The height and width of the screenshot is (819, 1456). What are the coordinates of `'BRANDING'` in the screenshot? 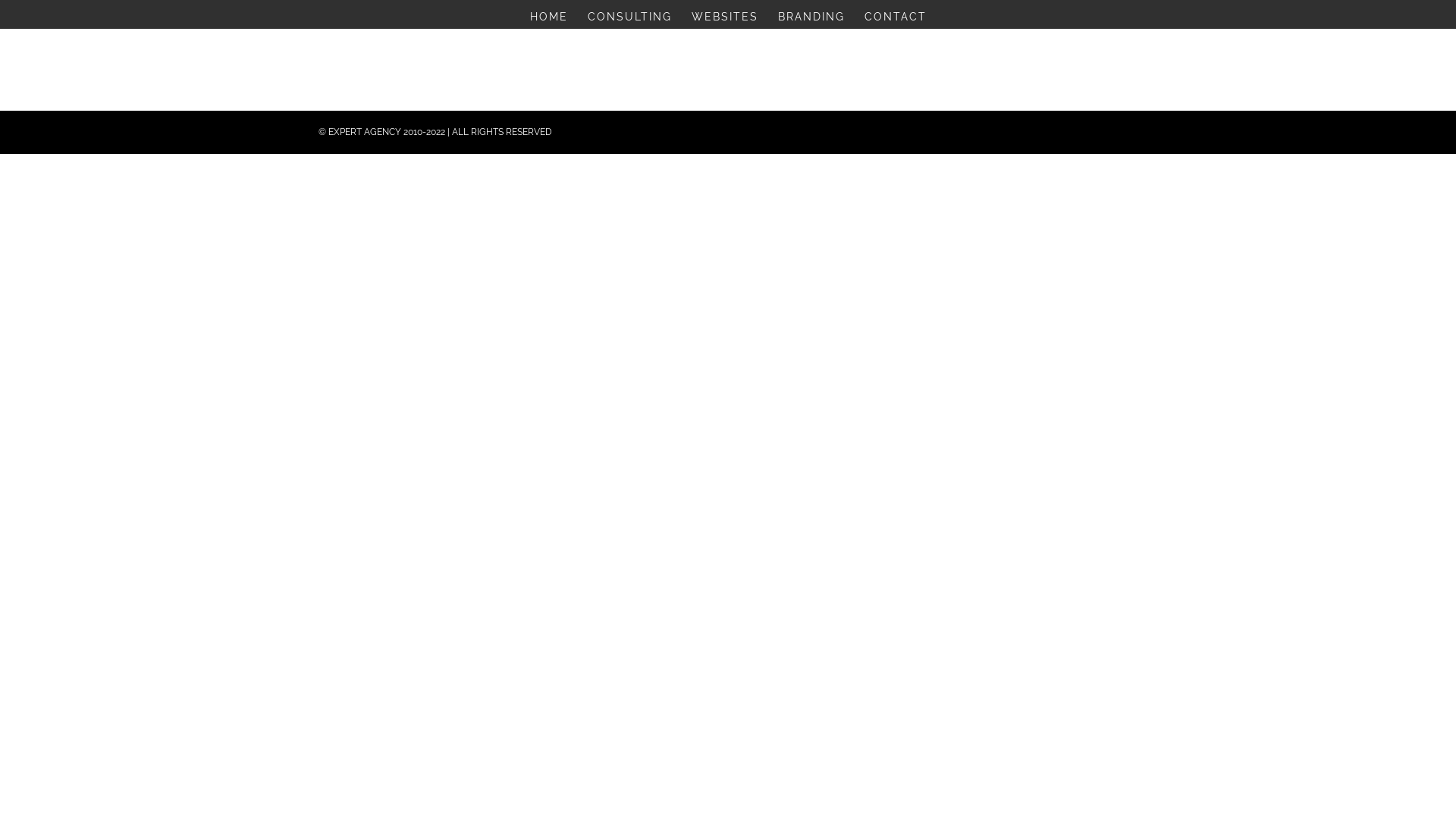 It's located at (811, 20).